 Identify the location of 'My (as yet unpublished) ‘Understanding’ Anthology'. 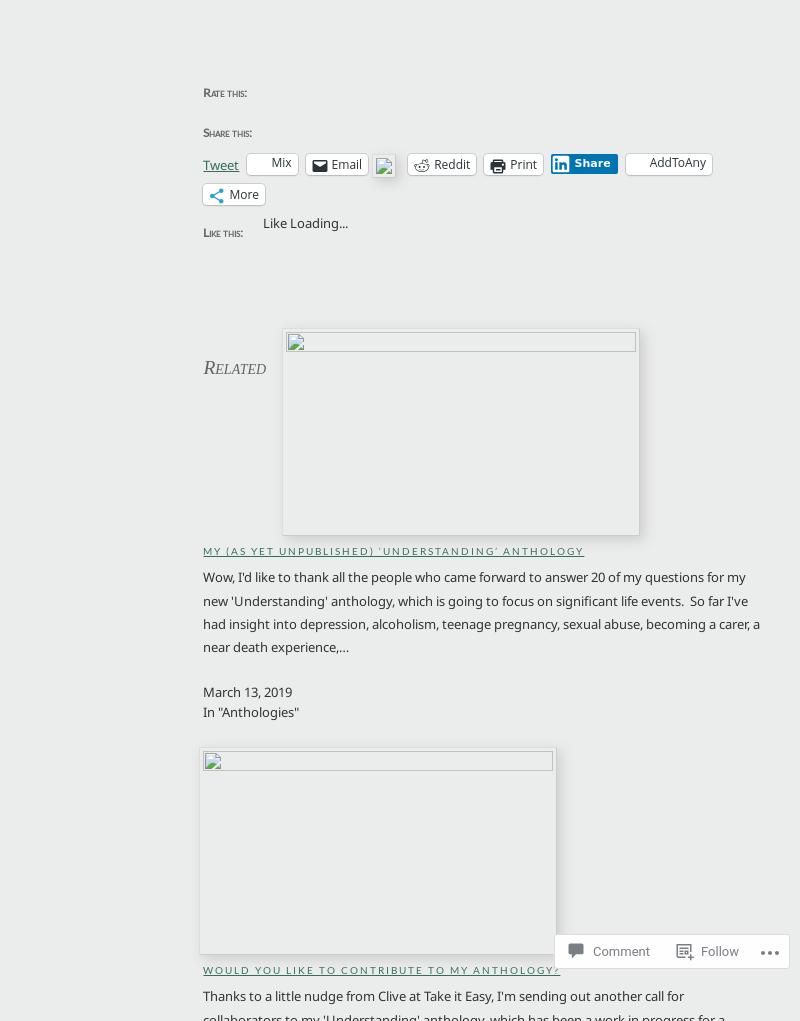
(392, 550).